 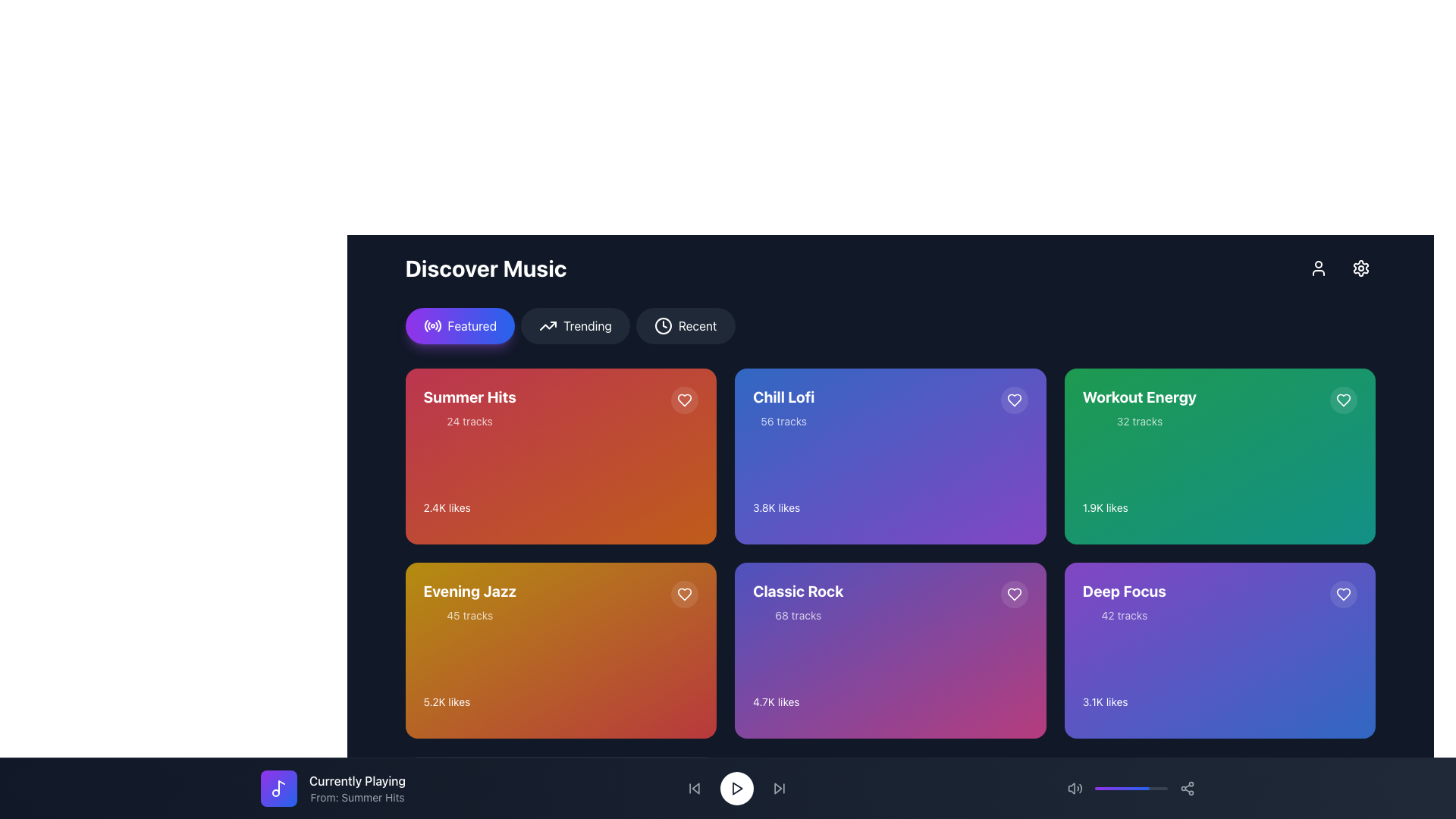 What do you see at coordinates (1014, 593) in the screenshot?
I see `the heart icon button located in the top-right corner of the 'Classic Rock' card to like or unlike the music category` at bounding box center [1014, 593].